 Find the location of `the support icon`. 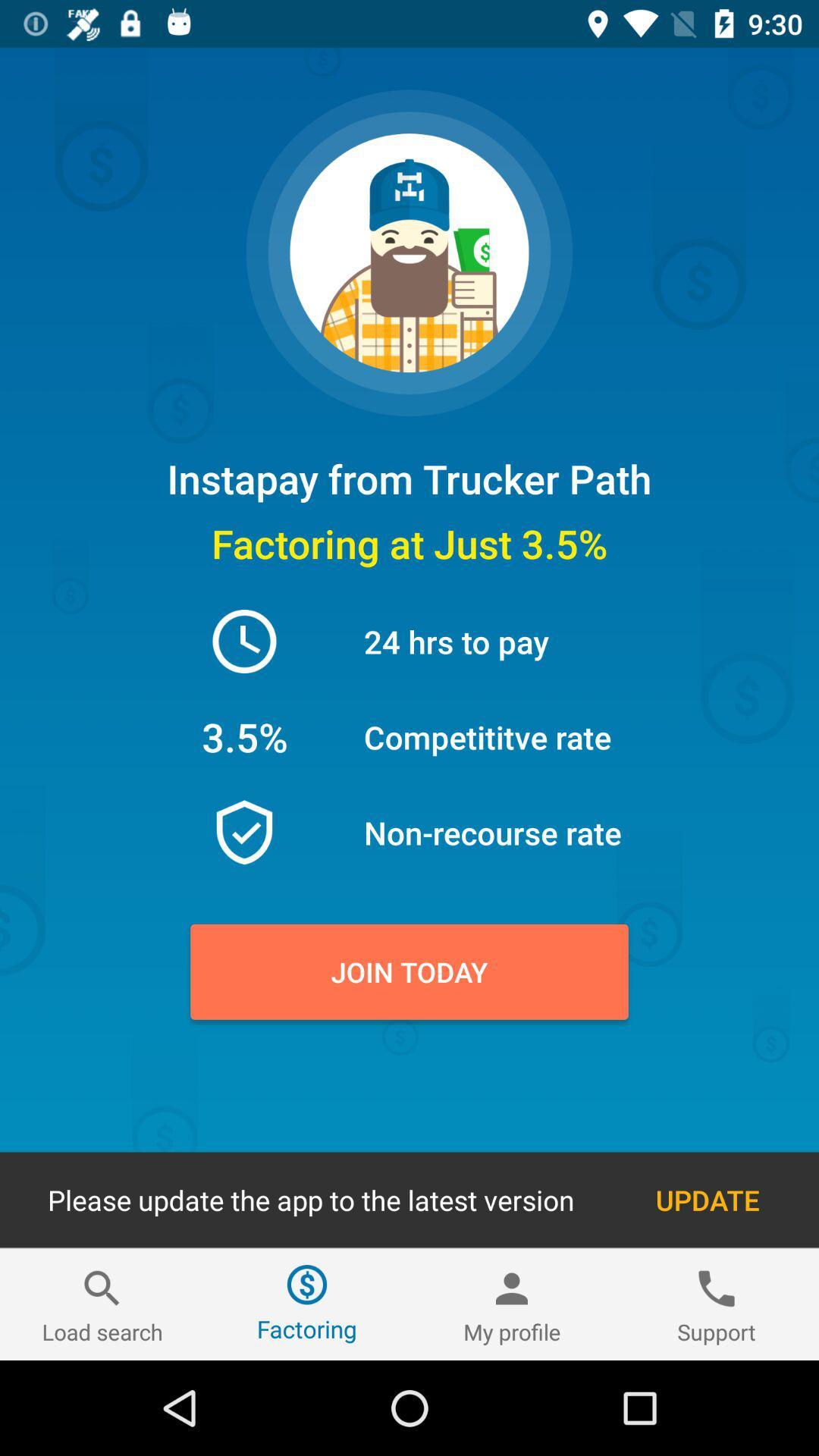

the support icon is located at coordinates (717, 1304).